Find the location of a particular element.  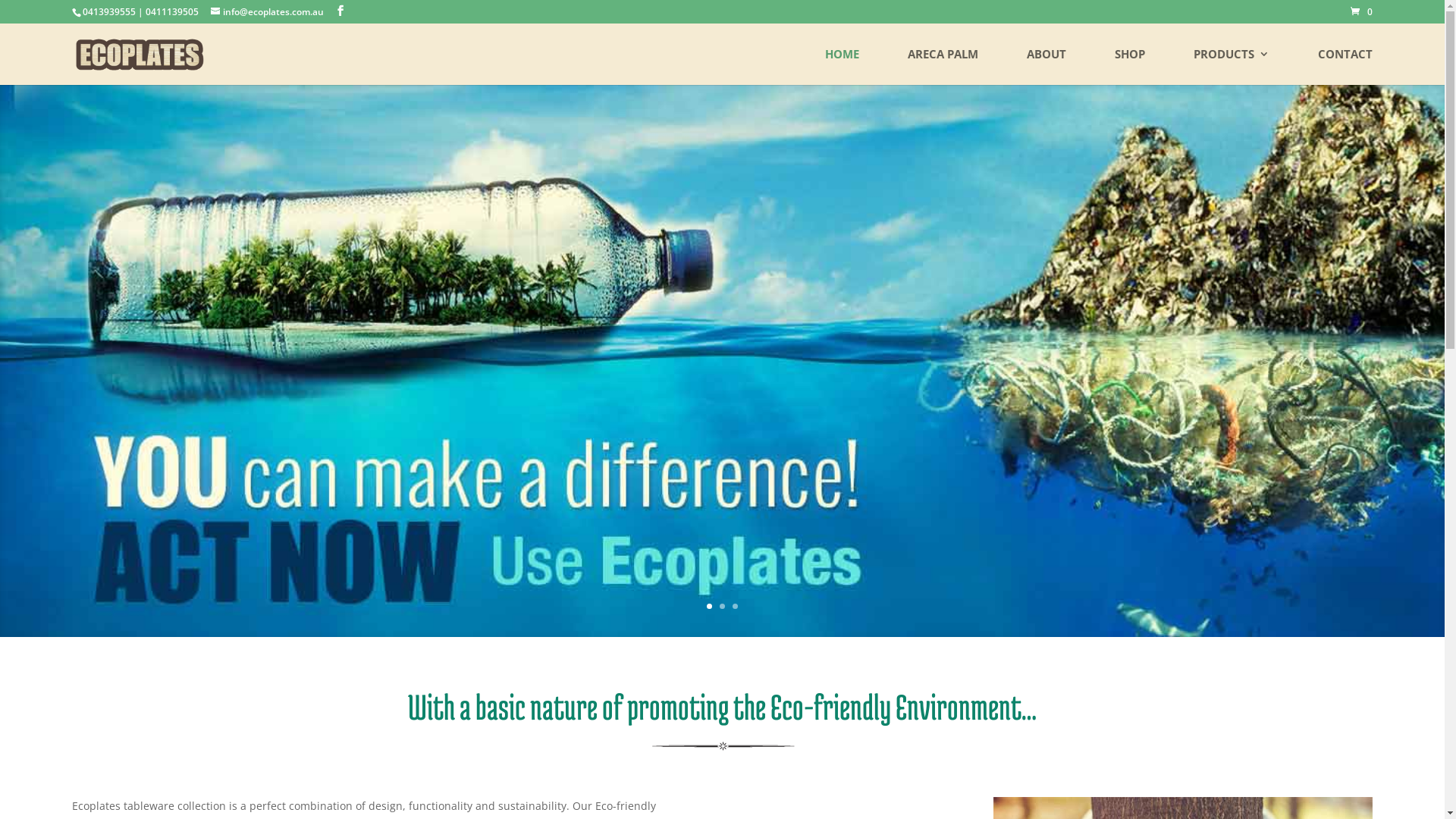

'SHOP' is located at coordinates (1129, 66).